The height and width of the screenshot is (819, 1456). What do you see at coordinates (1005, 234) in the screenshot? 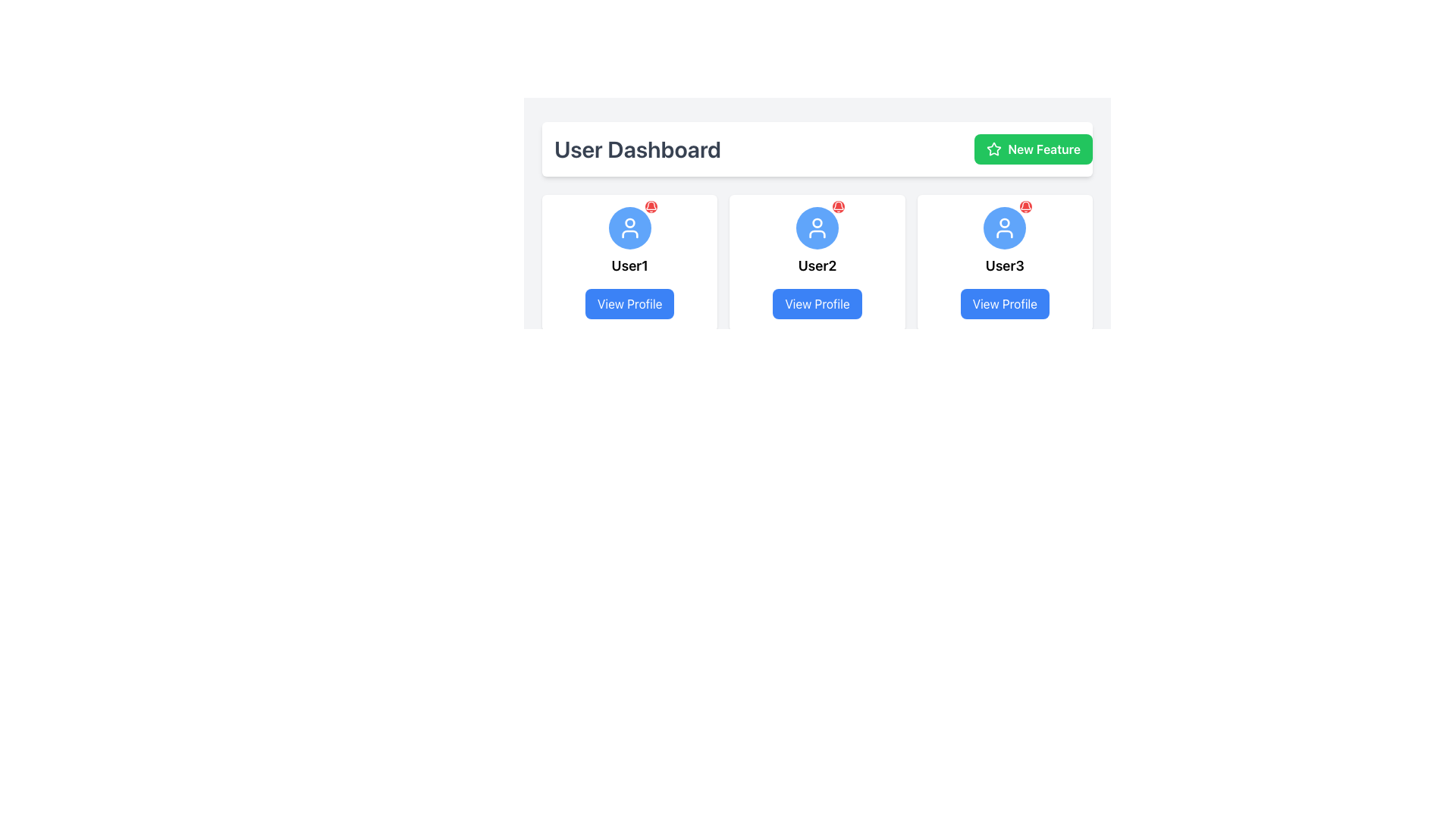
I see `the lower body segment of the user icon in the 'User3' profile section, which is represented as part of a simplified human outline within a circle` at bounding box center [1005, 234].